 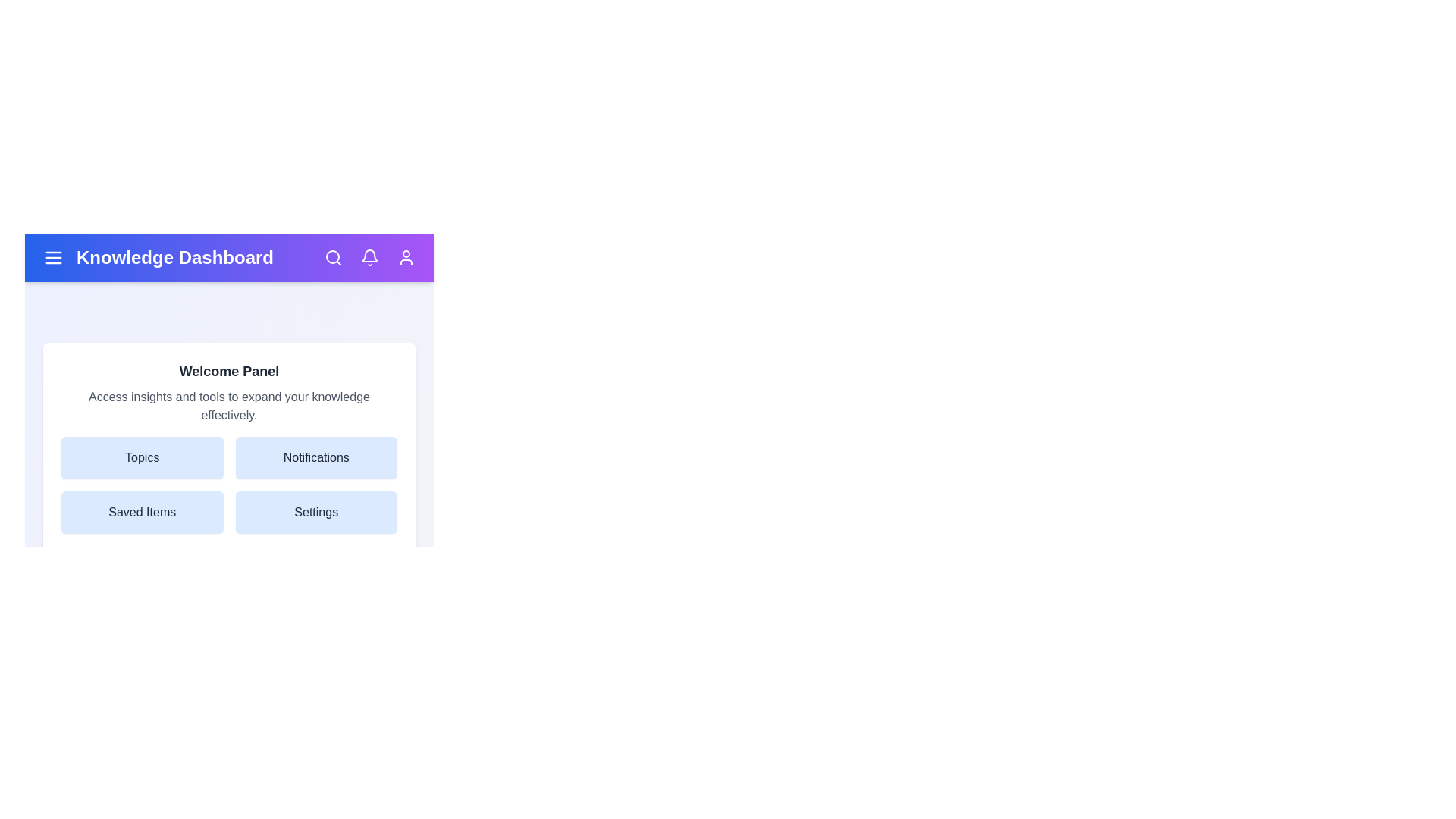 What do you see at coordinates (142, 512) in the screenshot?
I see `the 'Saved Items' button` at bounding box center [142, 512].